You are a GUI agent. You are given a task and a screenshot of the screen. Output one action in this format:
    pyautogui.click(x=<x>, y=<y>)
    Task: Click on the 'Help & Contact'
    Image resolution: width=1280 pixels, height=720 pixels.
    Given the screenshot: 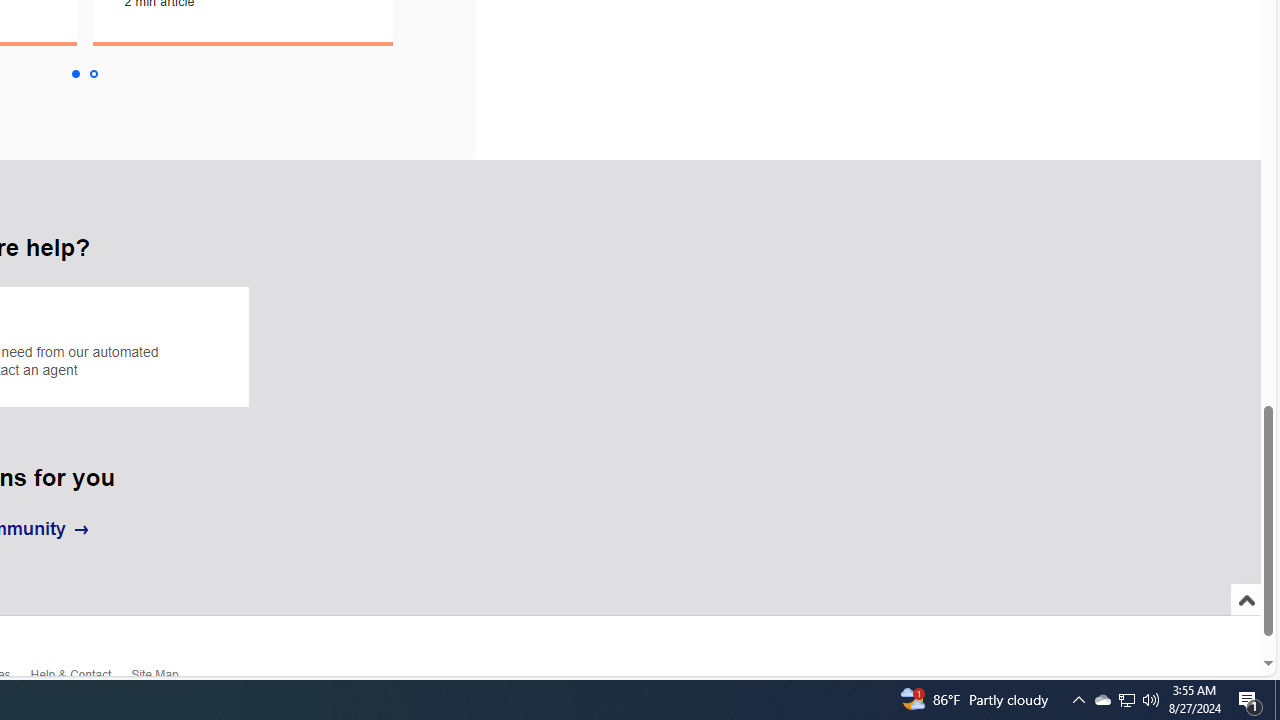 What is the action you would take?
    pyautogui.click(x=80, y=679)
    